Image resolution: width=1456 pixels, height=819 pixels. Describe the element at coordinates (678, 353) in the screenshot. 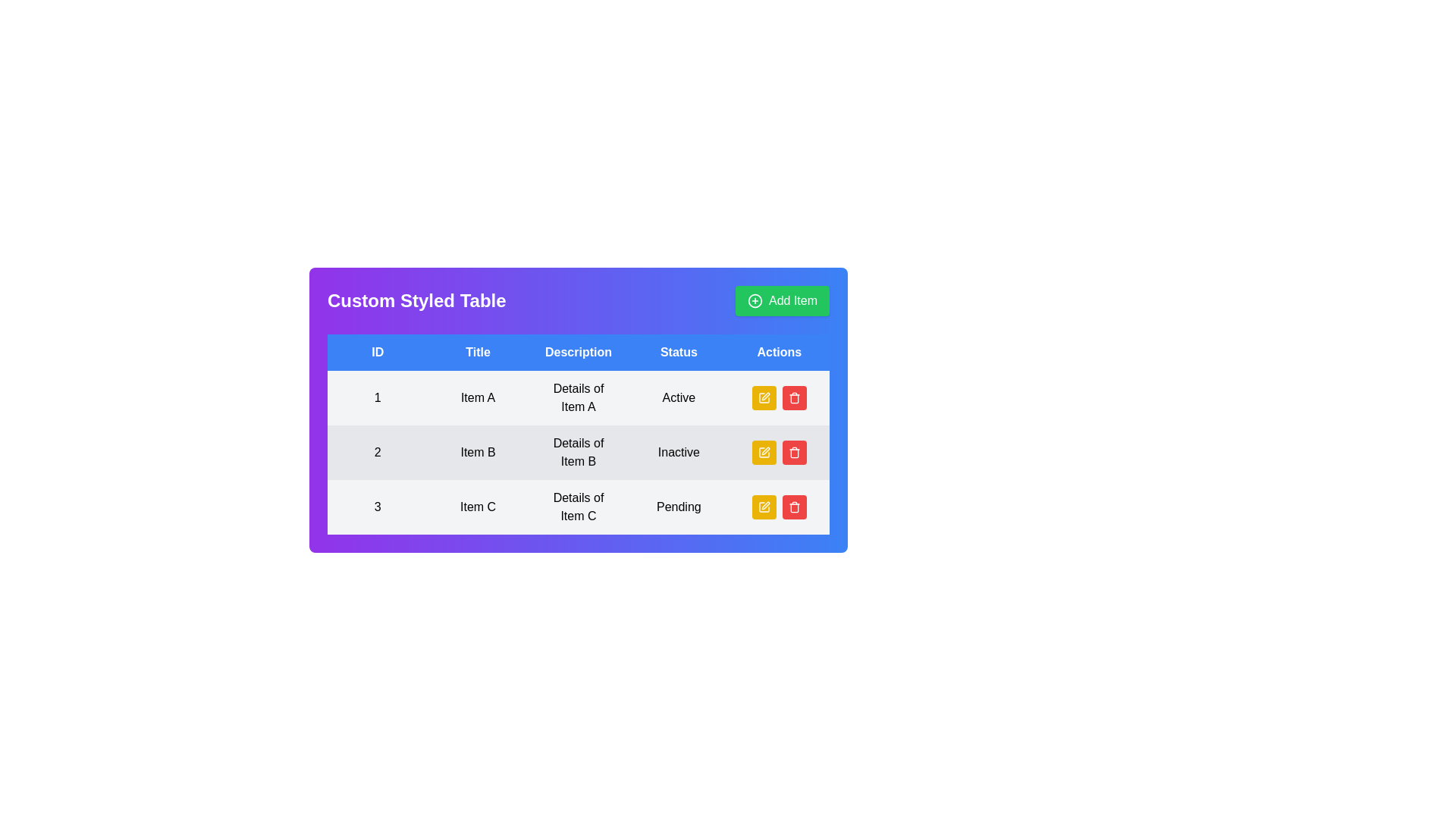

I see `the 'Status' label, which is the fourth column header in the table's header row, styled with white font on a blue background` at that location.